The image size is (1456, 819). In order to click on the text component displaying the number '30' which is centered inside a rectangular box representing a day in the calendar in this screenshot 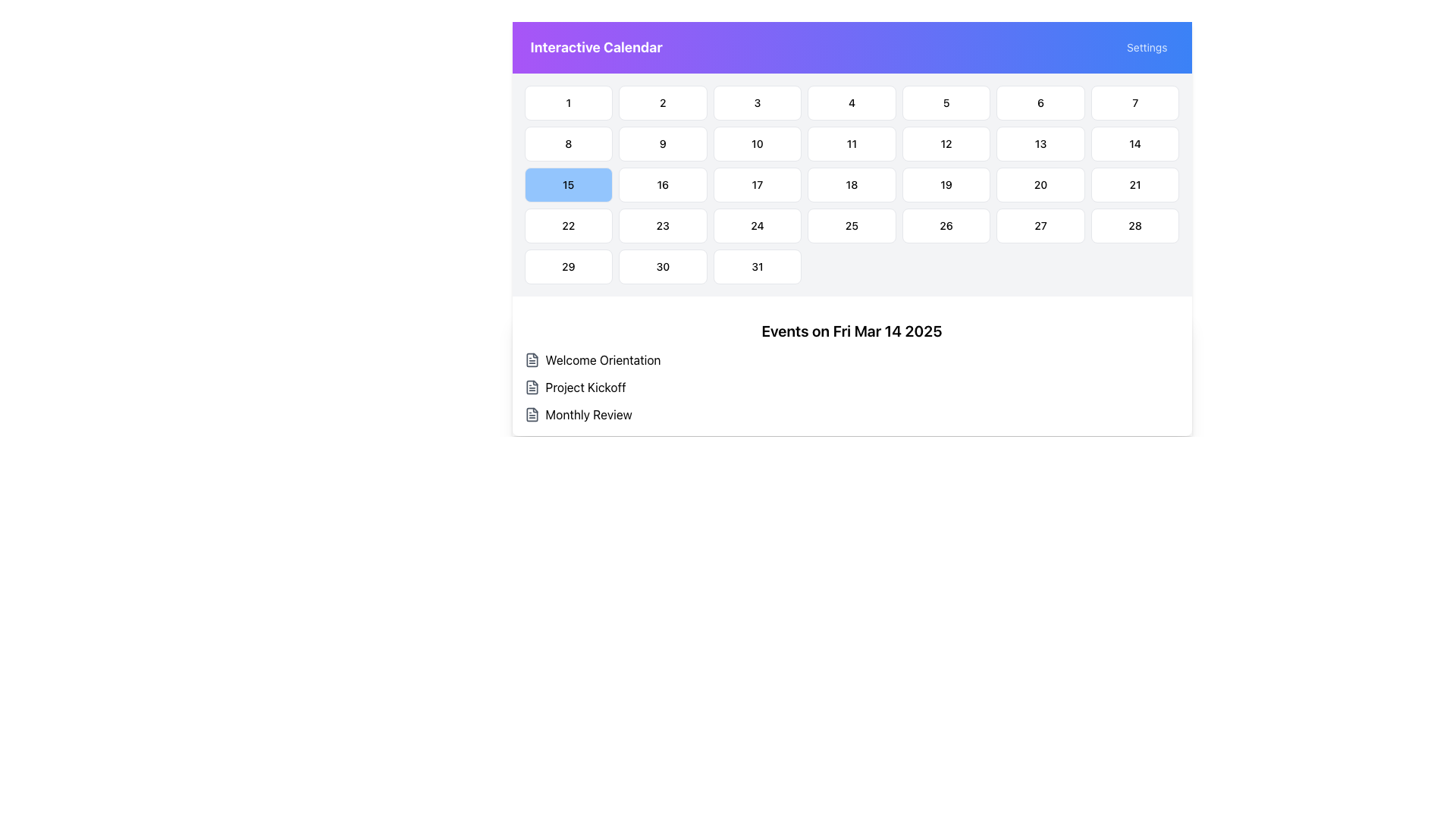, I will do `click(663, 265)`.